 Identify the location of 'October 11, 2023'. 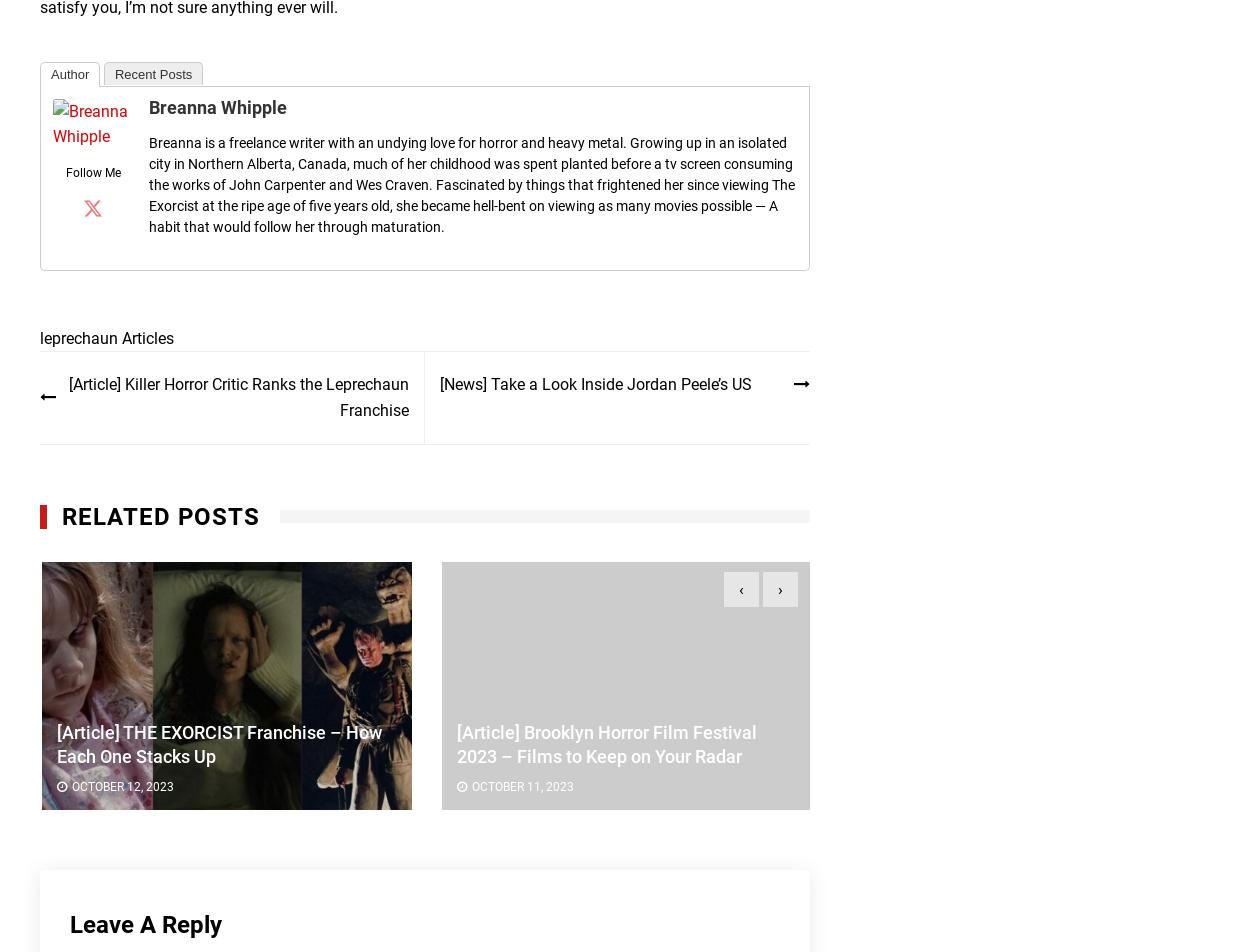
(469, 787).